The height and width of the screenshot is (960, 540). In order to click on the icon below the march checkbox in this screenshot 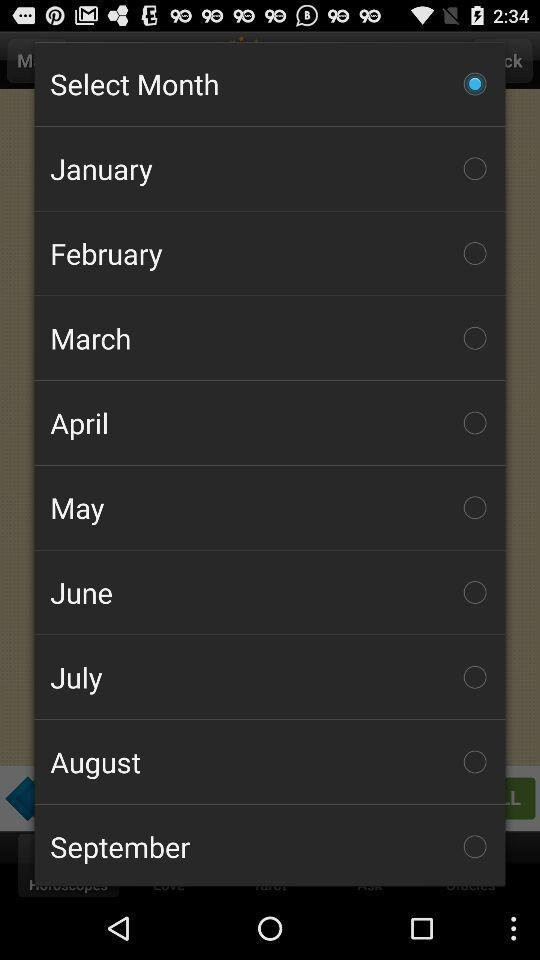, I will do `click(270, 422)`.